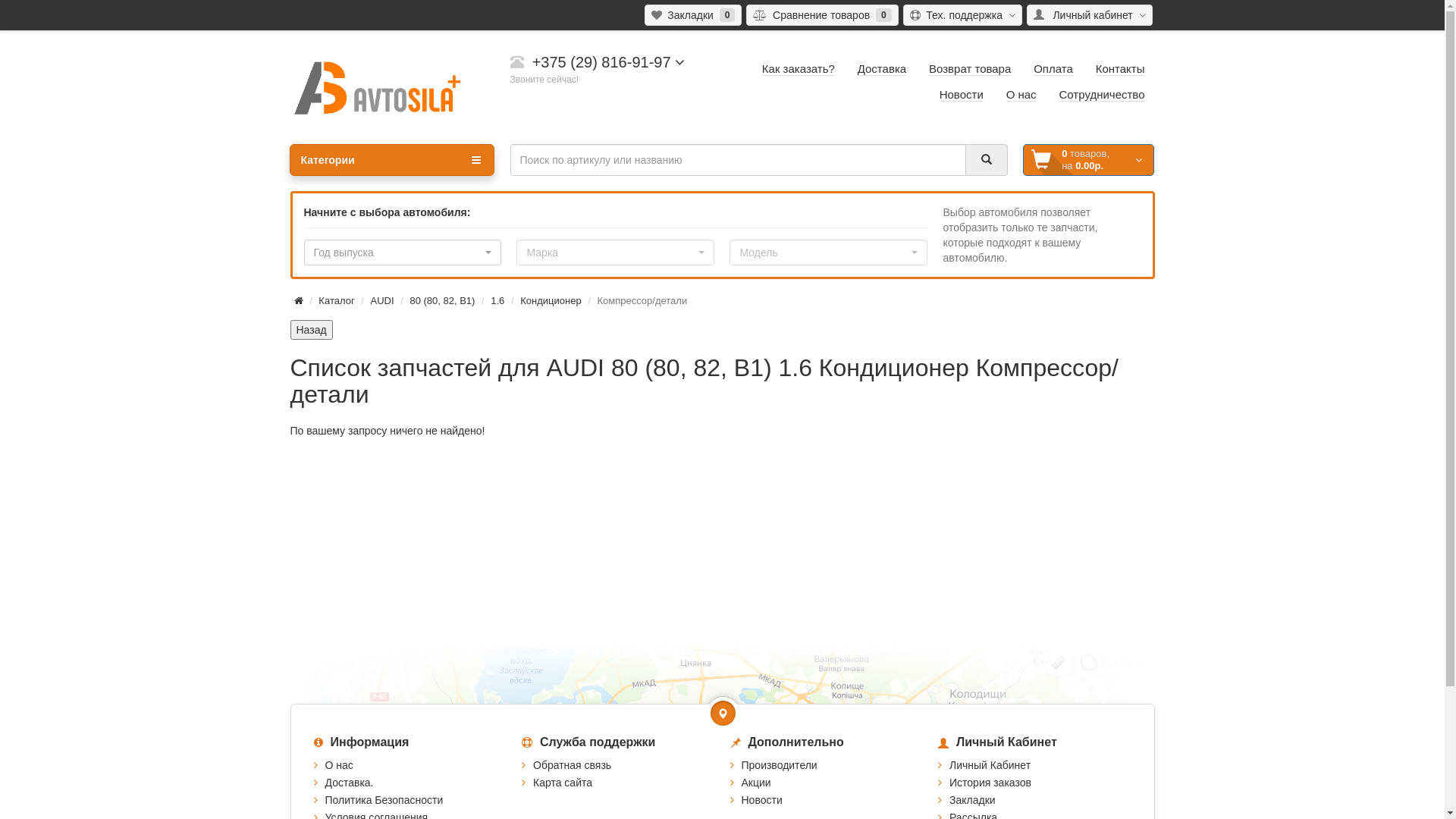 This screenshot has width=1456, height=819. What do you see at coordinates (381, 300) in the screenshot?
I see `'AUDI'` at bounding box center [381, 300].